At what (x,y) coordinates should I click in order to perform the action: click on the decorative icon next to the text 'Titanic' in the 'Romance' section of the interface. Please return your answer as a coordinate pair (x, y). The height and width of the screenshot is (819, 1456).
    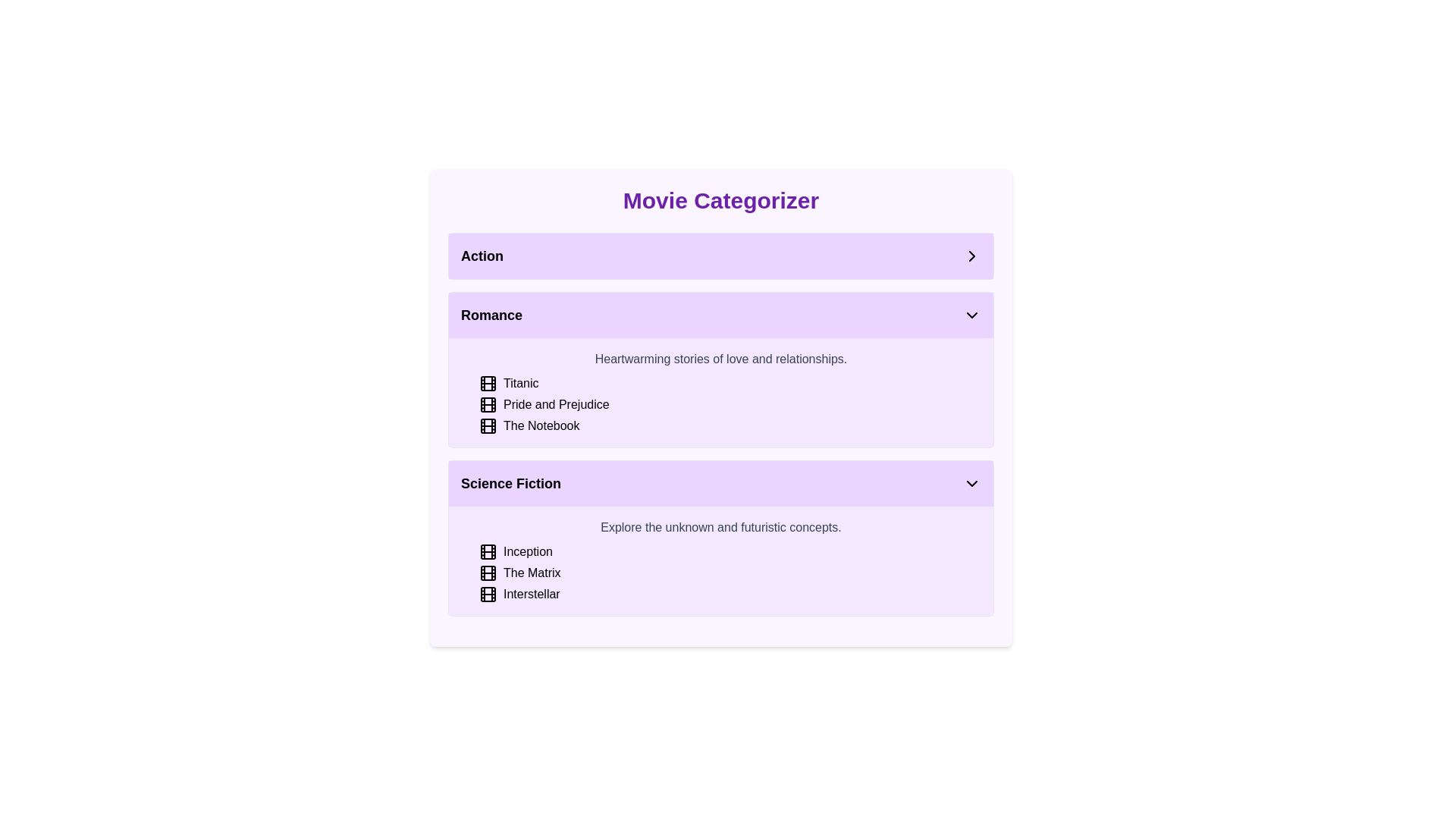
    Looking at the image, I should click on (488, 382).